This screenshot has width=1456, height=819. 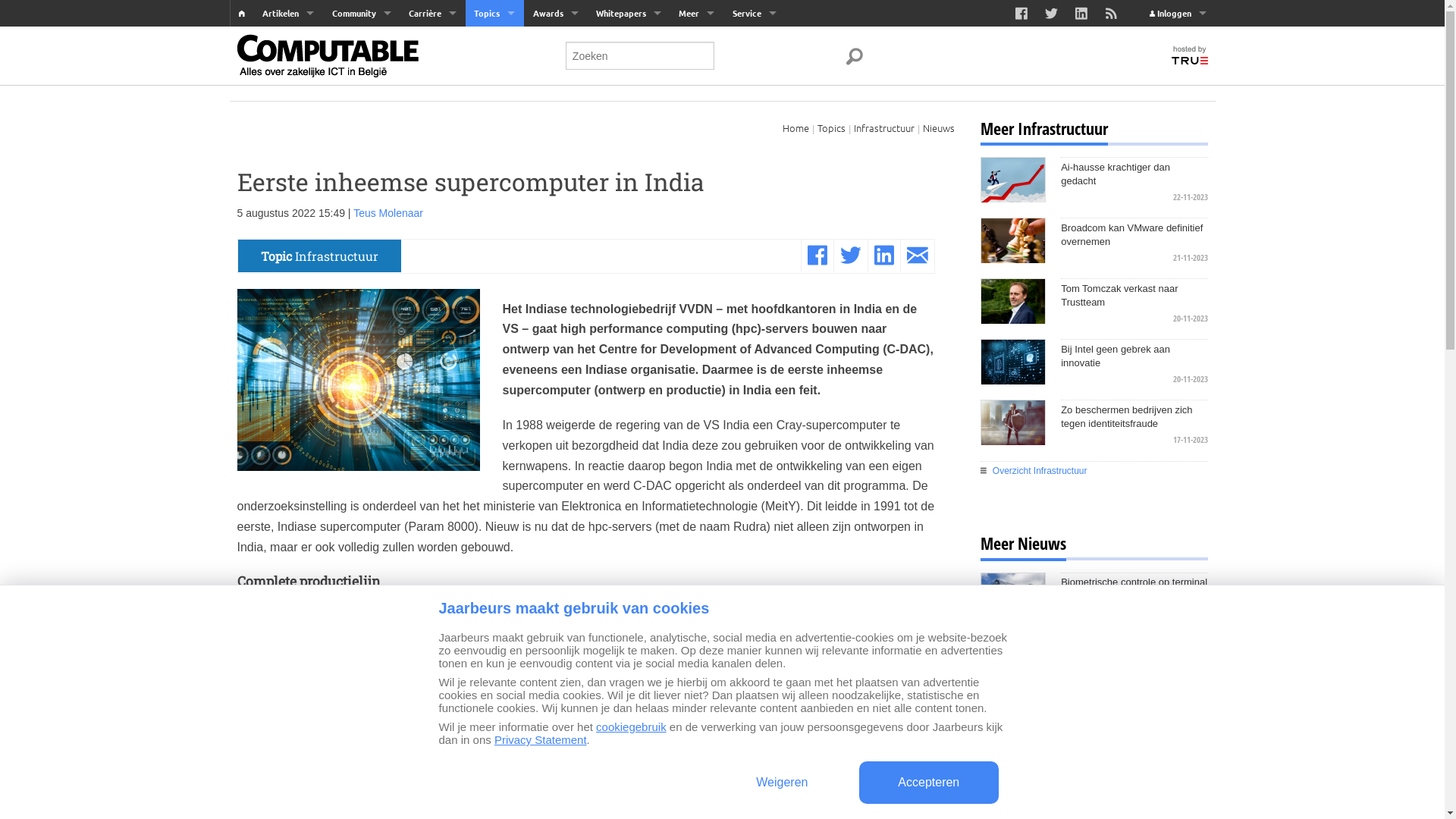 I want to click on 'Privacy Statement', so click(x=541, y=739).